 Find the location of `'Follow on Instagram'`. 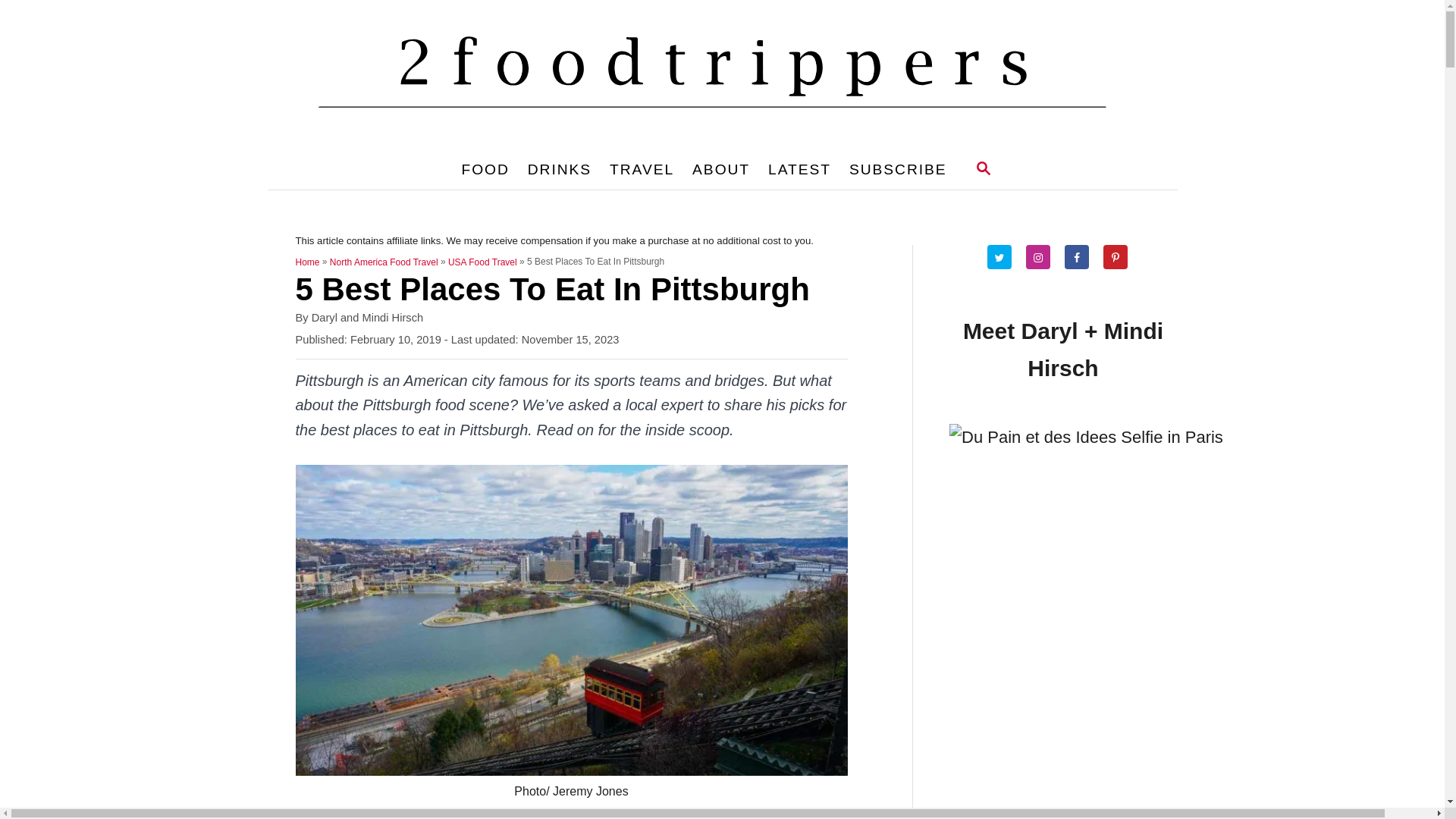

'Follow on Instagram' is located at coordinates (1043, 256).